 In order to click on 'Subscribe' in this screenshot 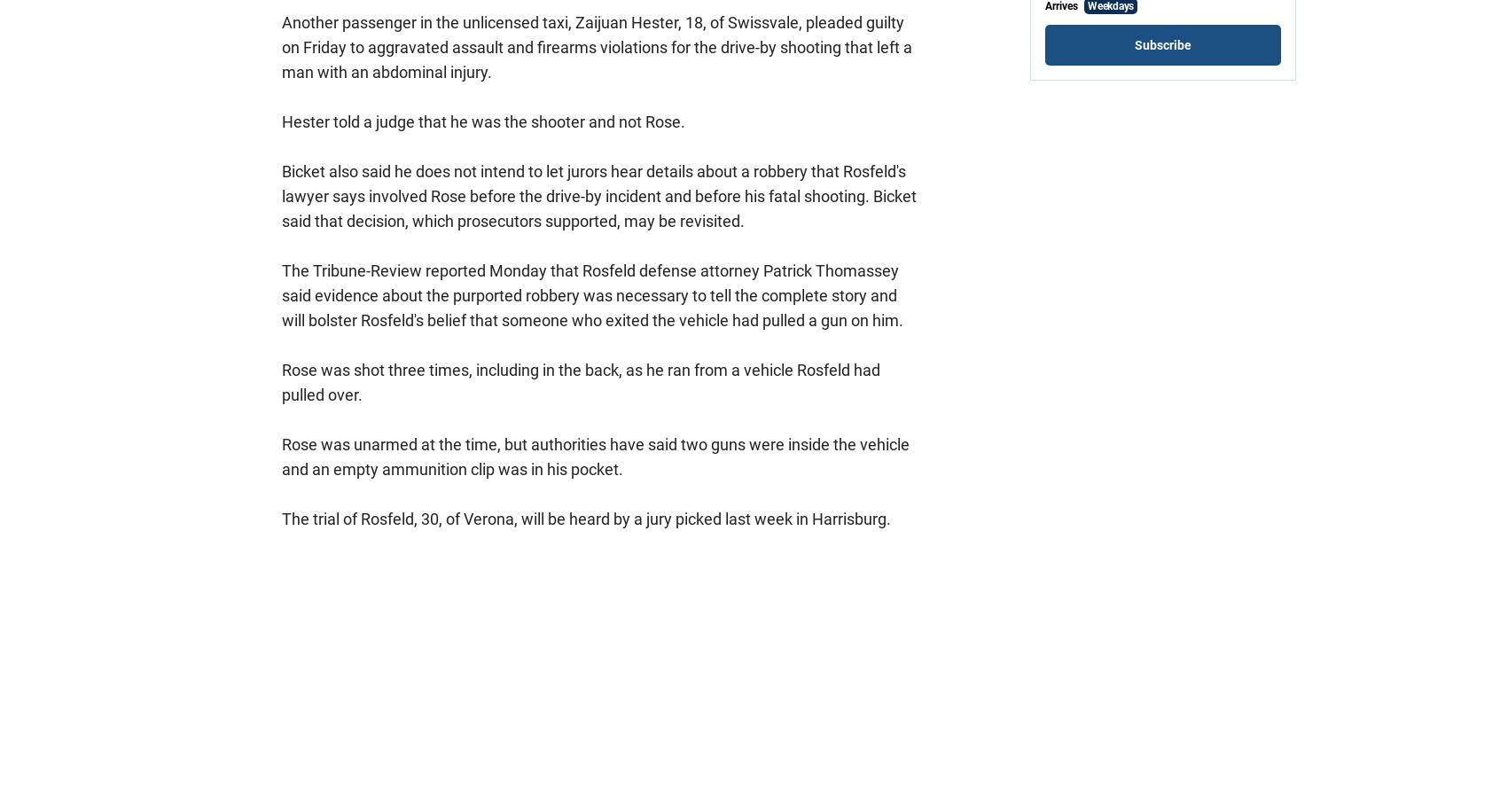, I will do `click(1161, 45)`.